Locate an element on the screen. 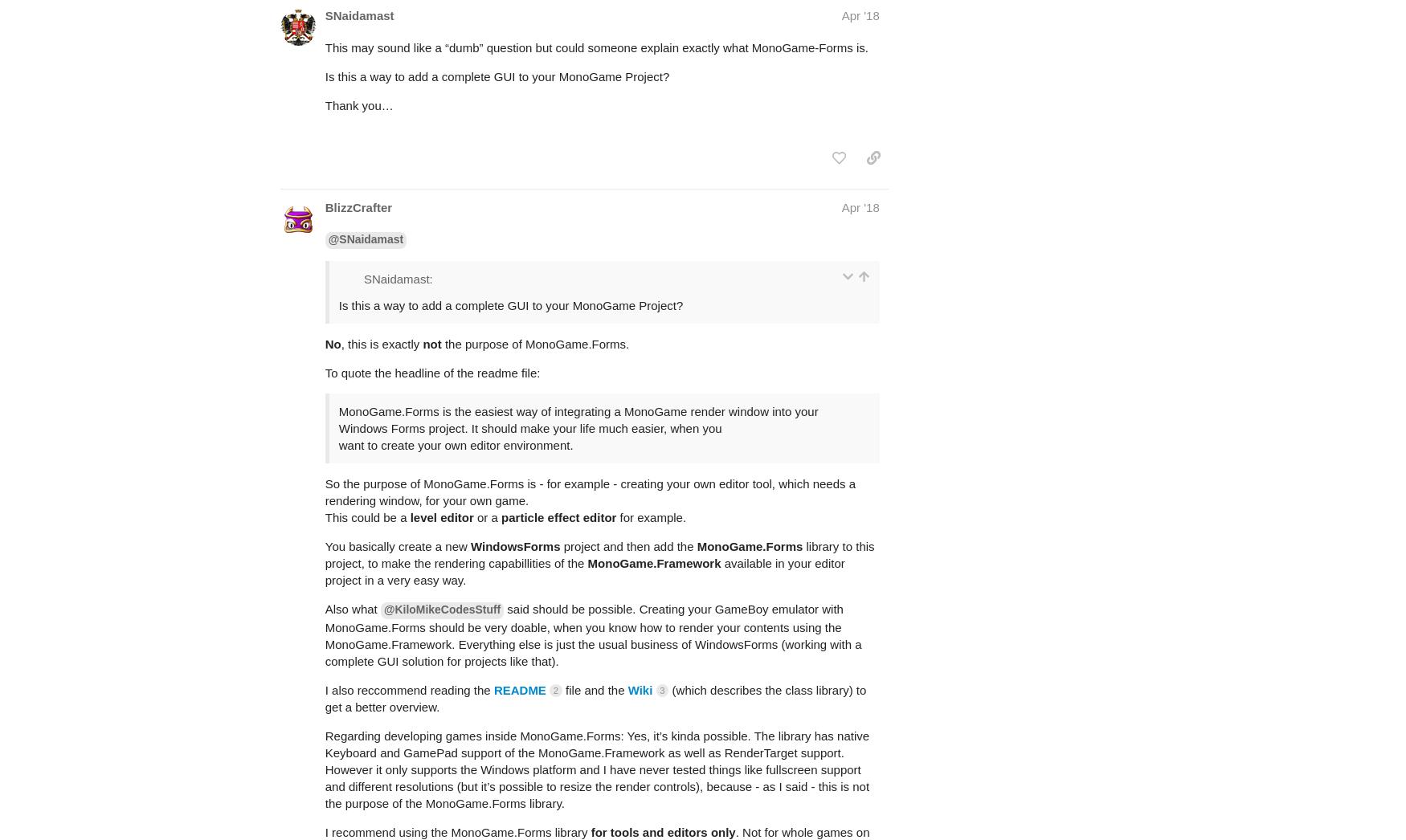 The image size is (1406, 840). 'Wiki' is located at coordinates (627, 626).